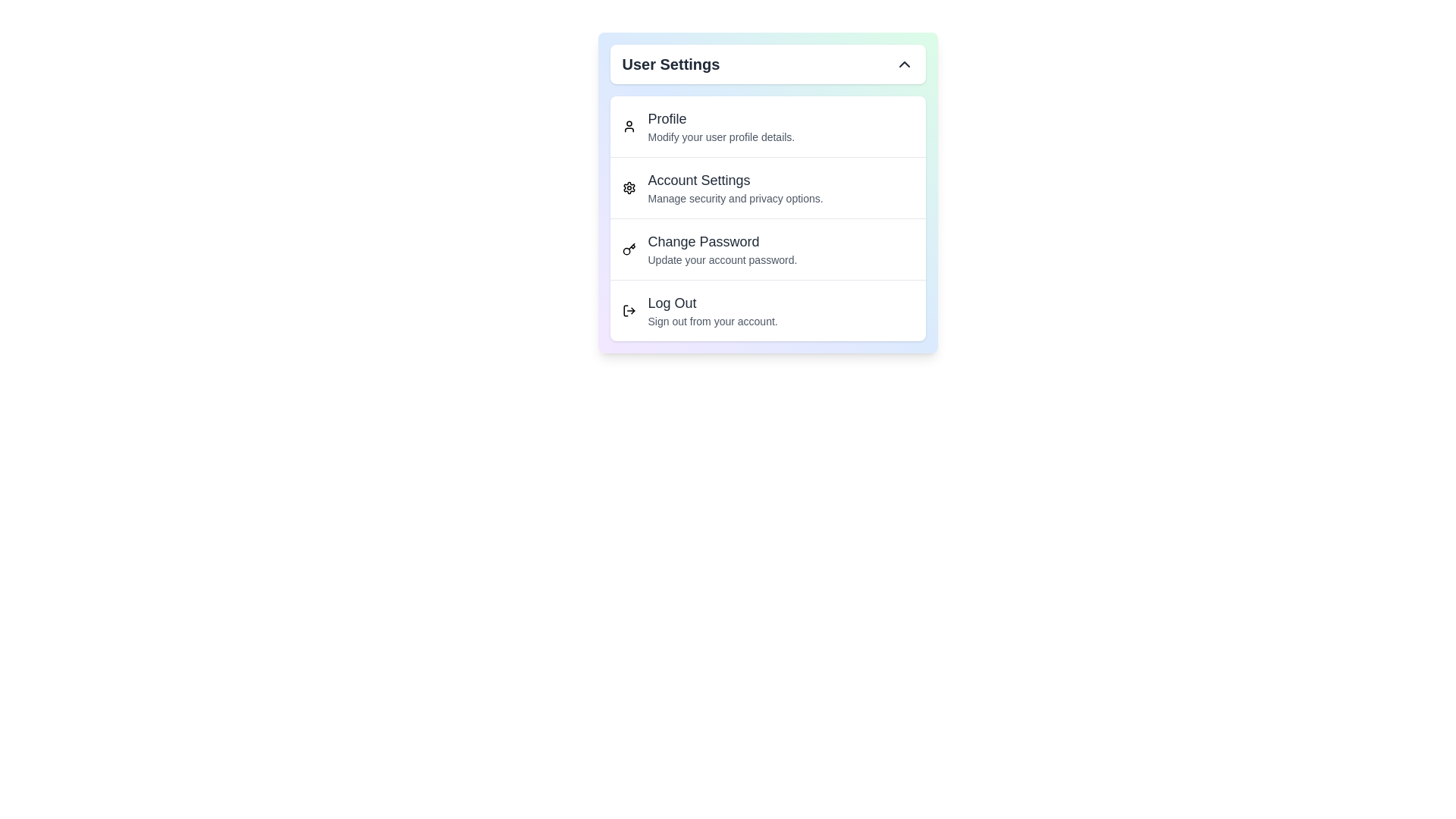  I want to click on the menu option Log Out, so click(767, 309).